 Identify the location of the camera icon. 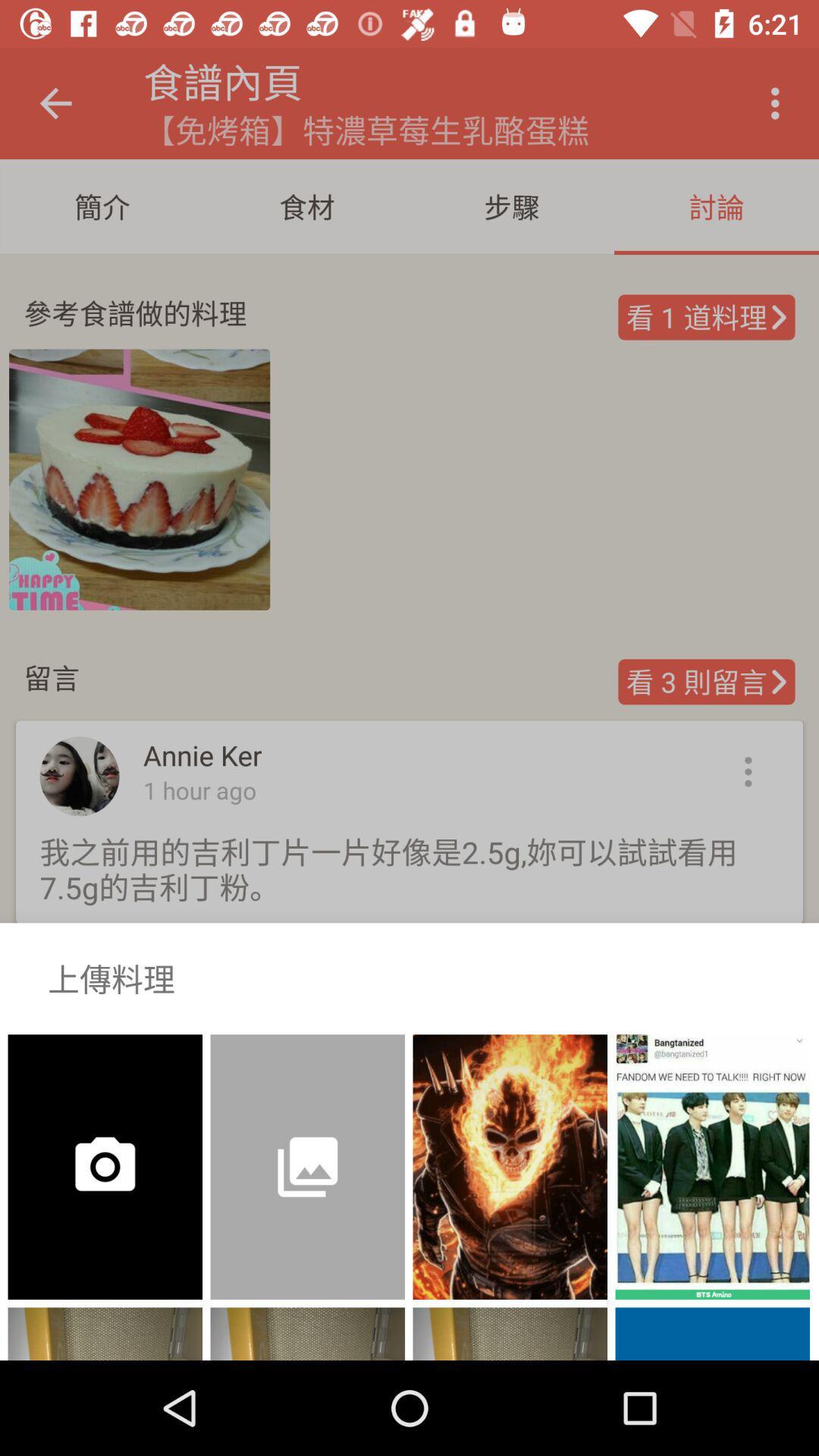
(80, 1155).